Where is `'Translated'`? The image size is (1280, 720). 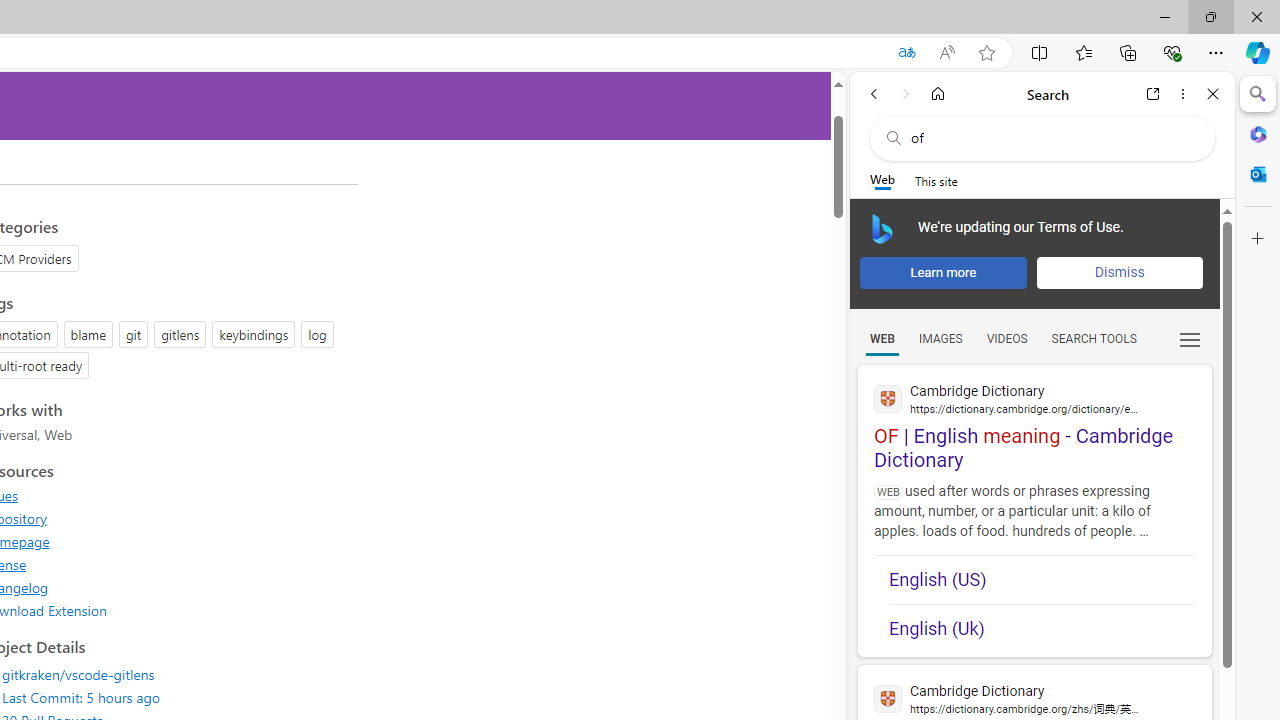 'Translated' is located at coordinates (905, 52).